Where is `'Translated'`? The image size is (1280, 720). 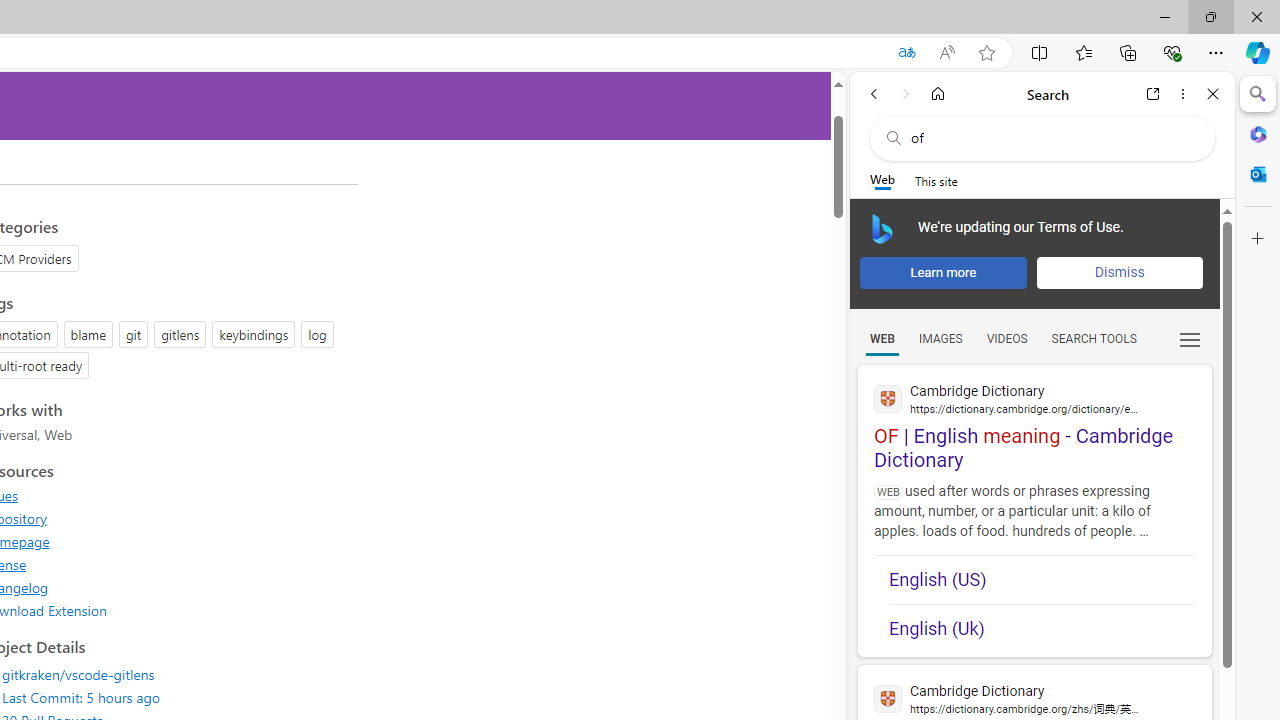 'Translated' is located at coordinates (905, 52).